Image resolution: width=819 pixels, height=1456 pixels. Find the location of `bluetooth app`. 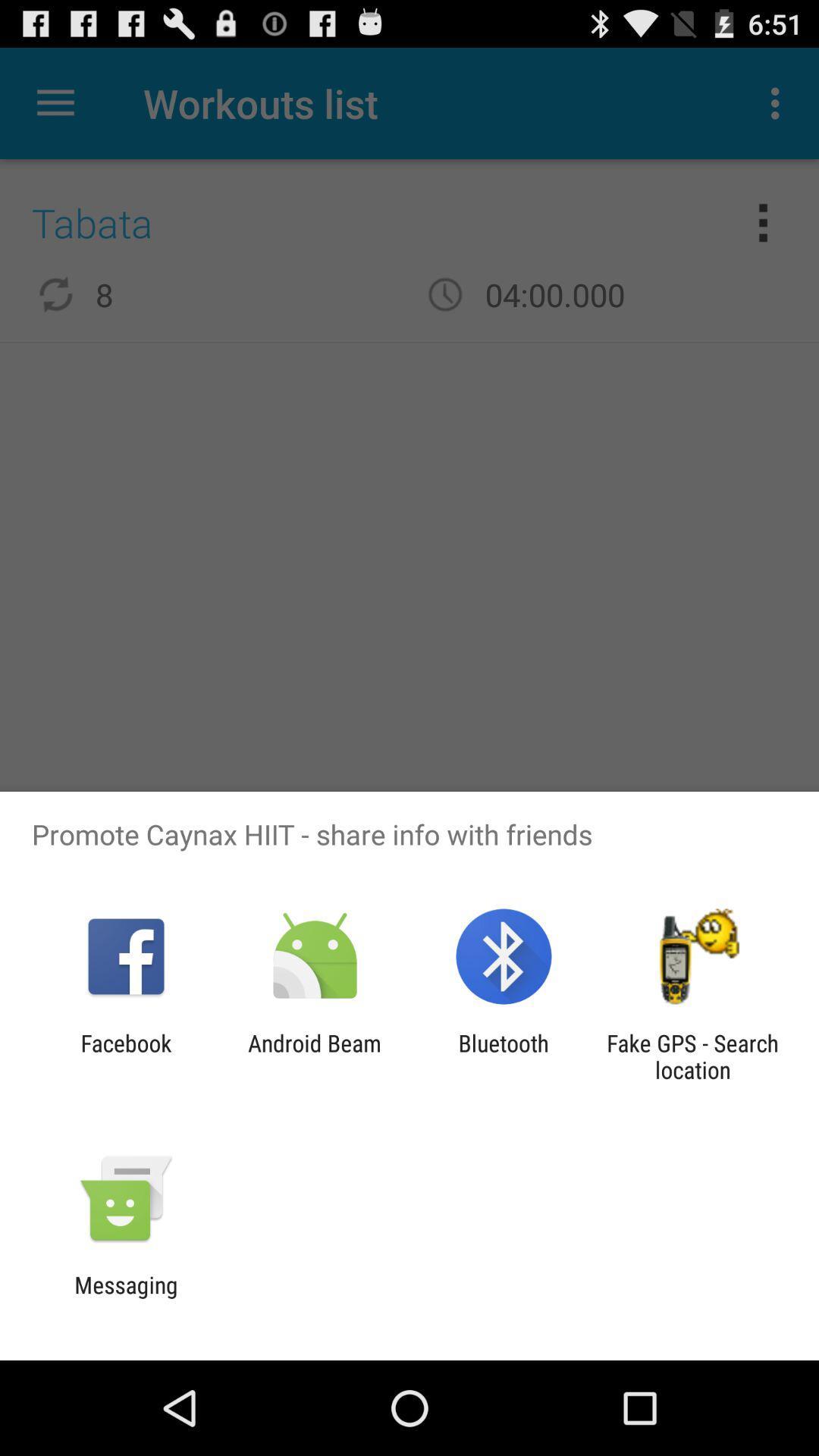

bluetooth app is located at coordinates (504, 1056).